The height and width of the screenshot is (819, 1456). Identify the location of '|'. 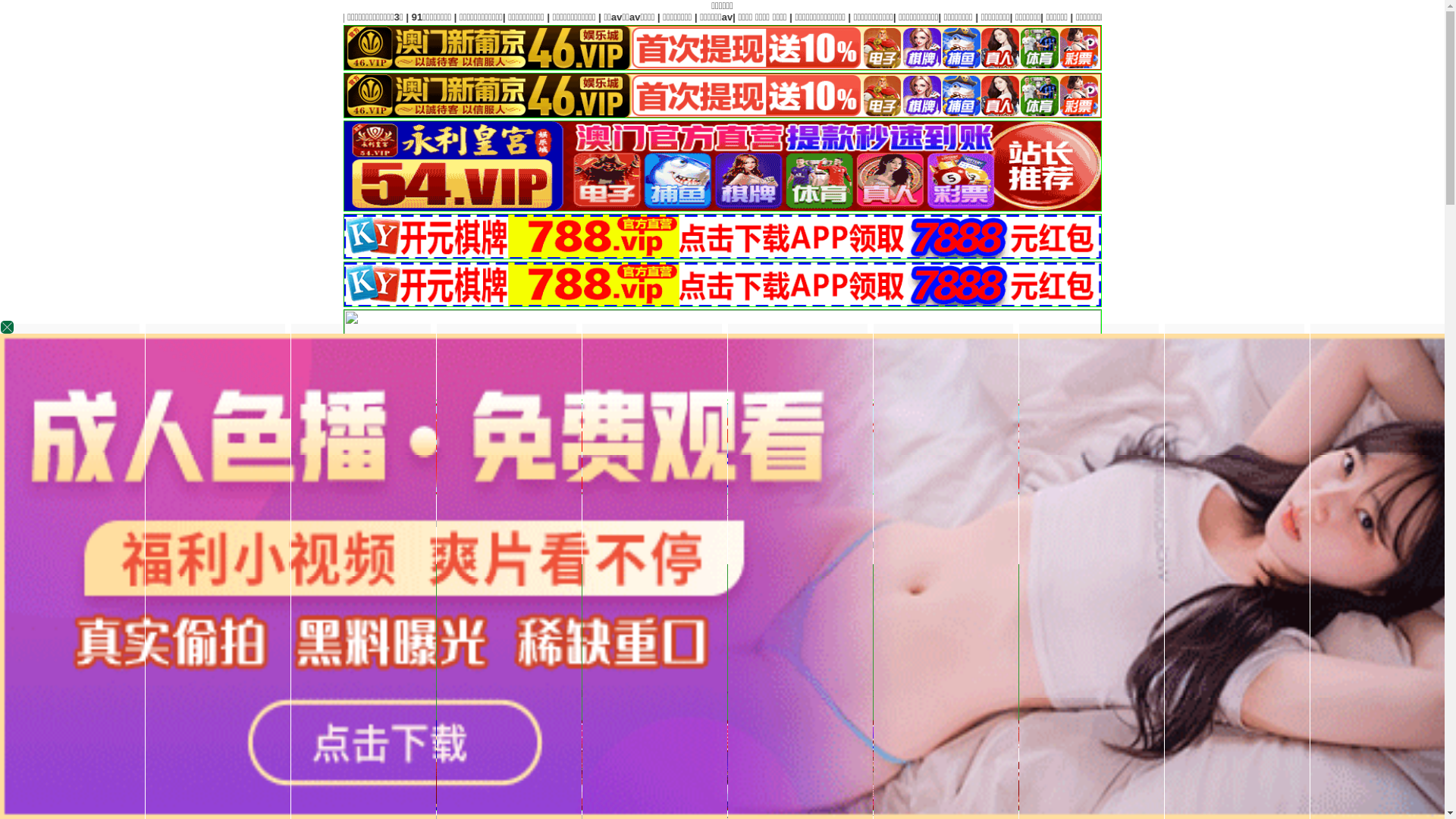
(1008, 693).